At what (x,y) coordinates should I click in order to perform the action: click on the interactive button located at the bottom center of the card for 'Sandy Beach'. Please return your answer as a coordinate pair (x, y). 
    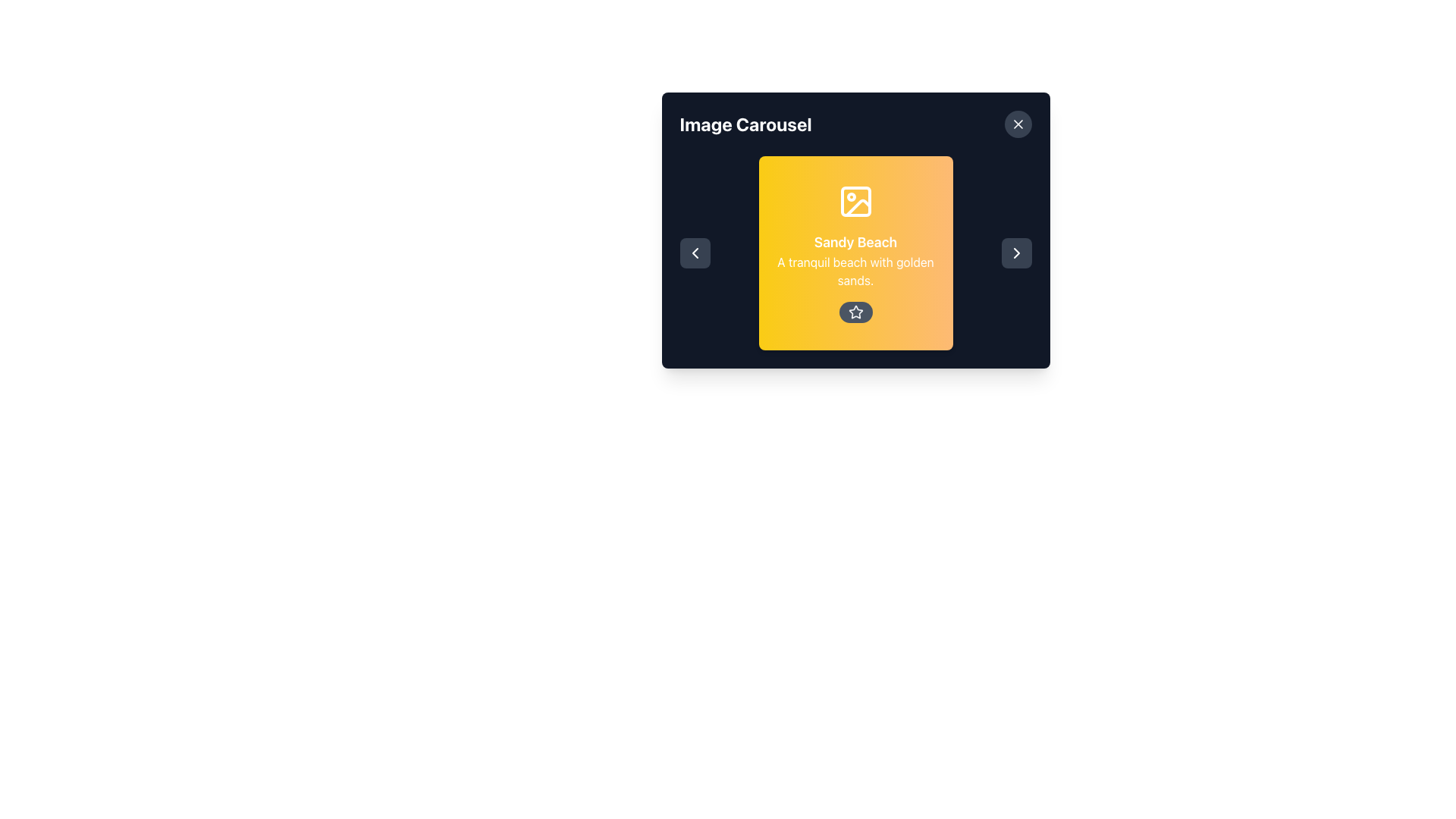
    Looking at the image, I should click on (855, 312).